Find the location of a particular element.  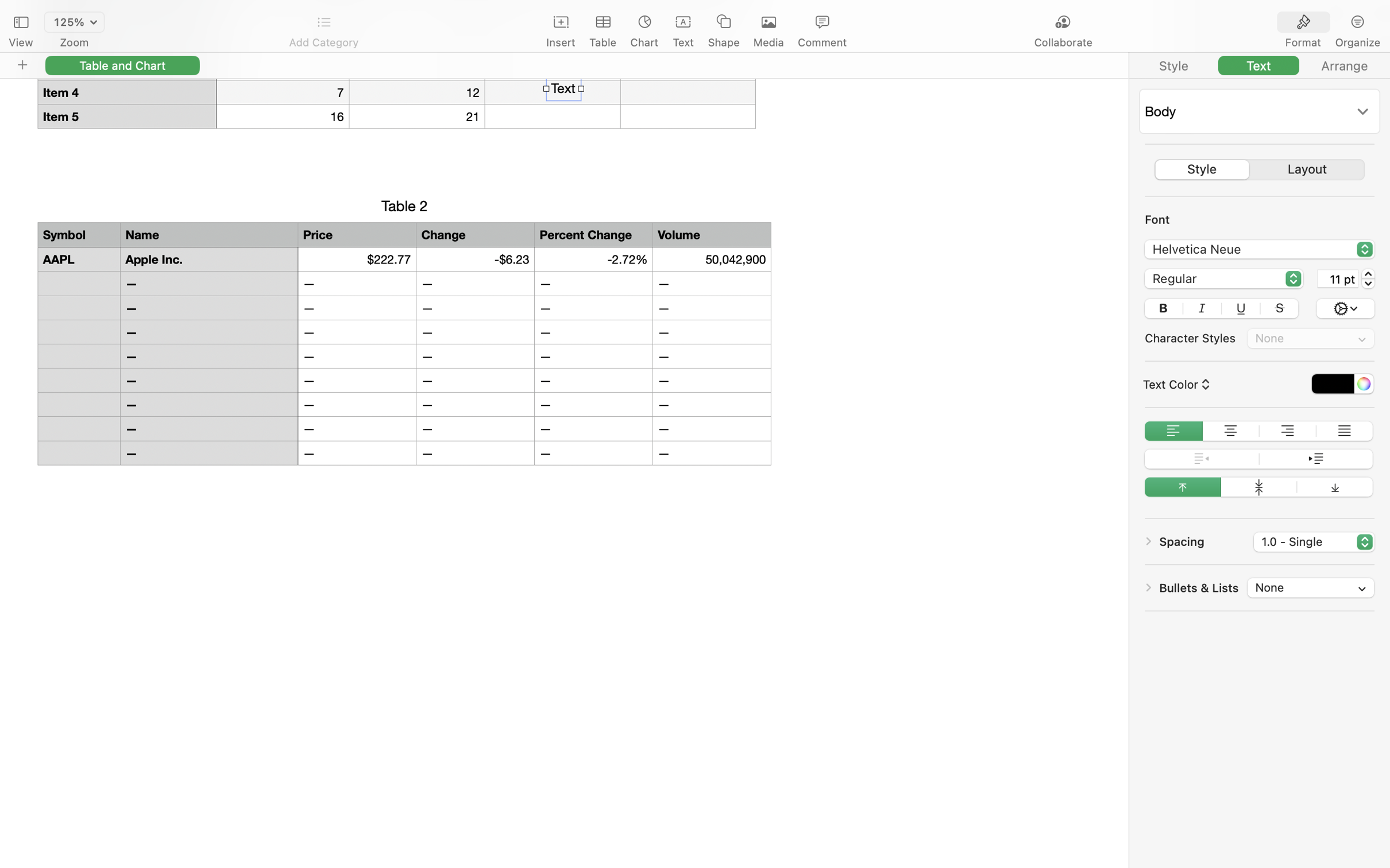

'Table and Chart' is located at coordinates (122, 65).